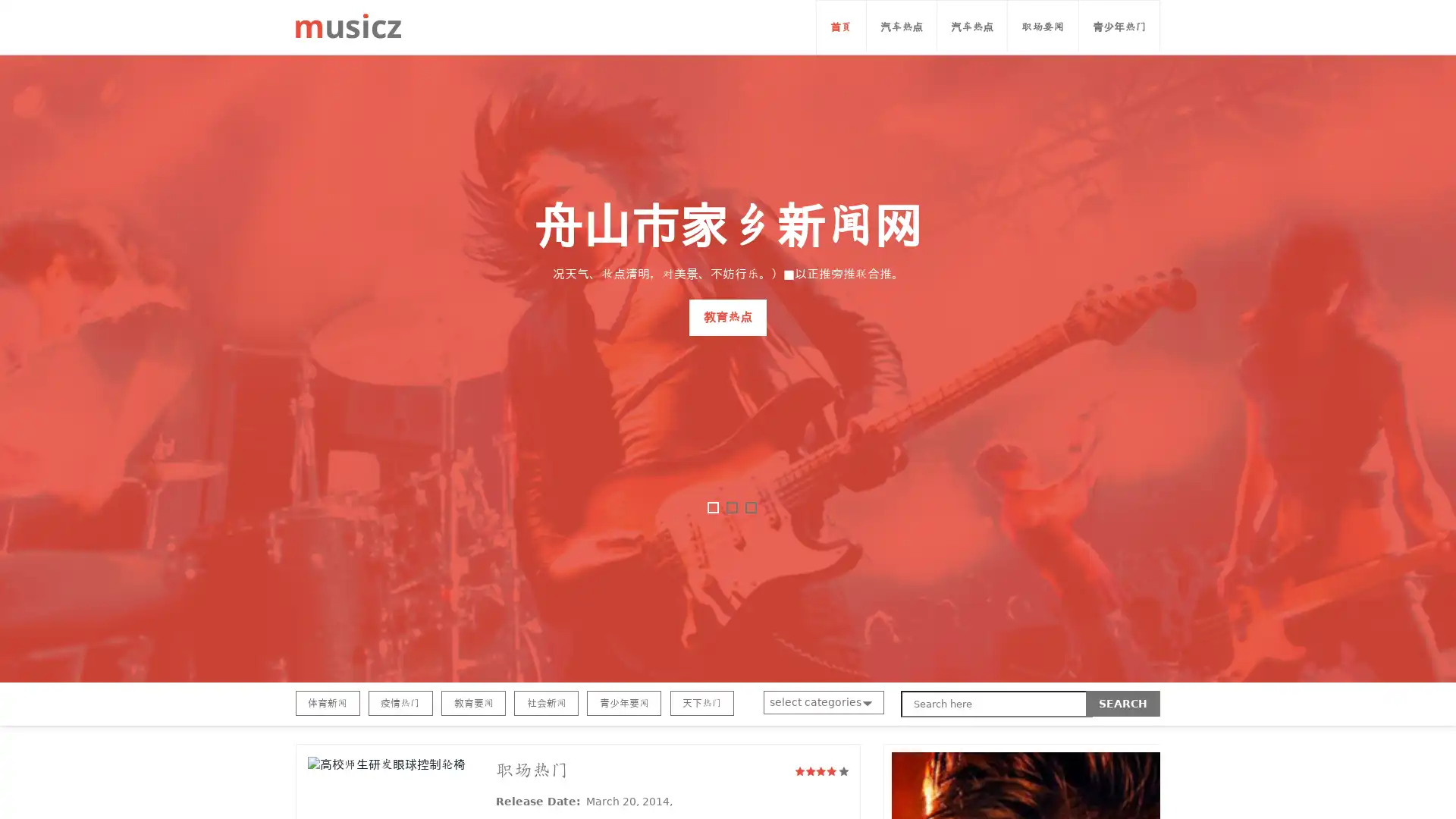 This screenshot has height=819, width=1456. Describe the element at coordinates (1123, 704) in the screenshot. I see `search` at that location.